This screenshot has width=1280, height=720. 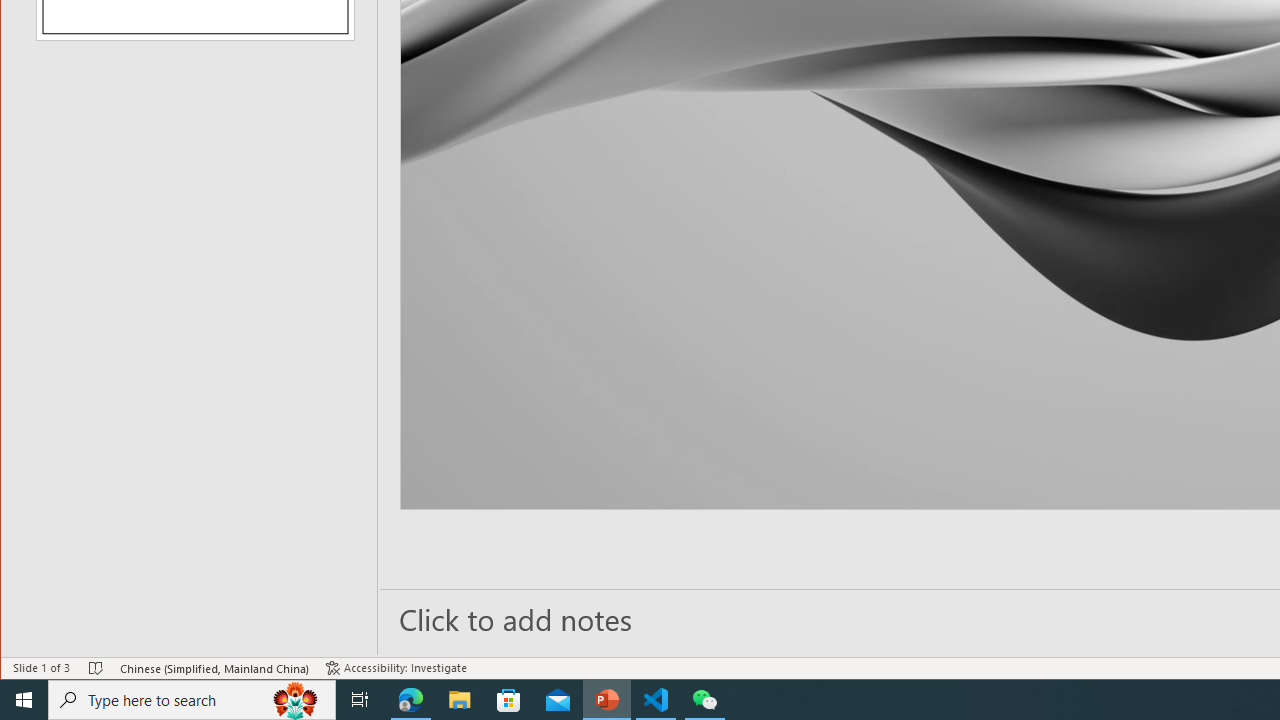 I want to click on 'Start', so click(x=24, y=698).